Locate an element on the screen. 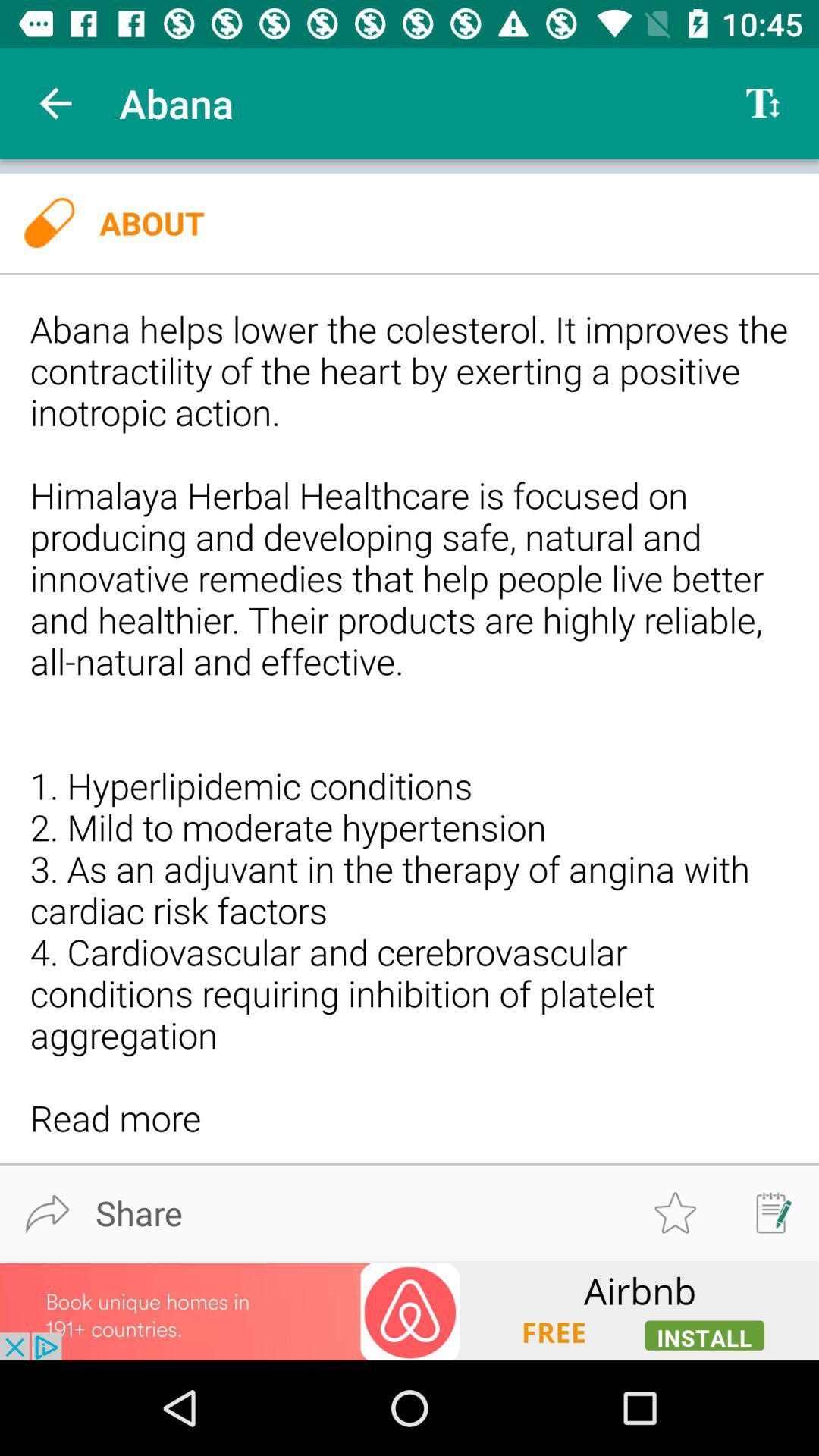  advertisement area is located at coordinates (409, 1310).